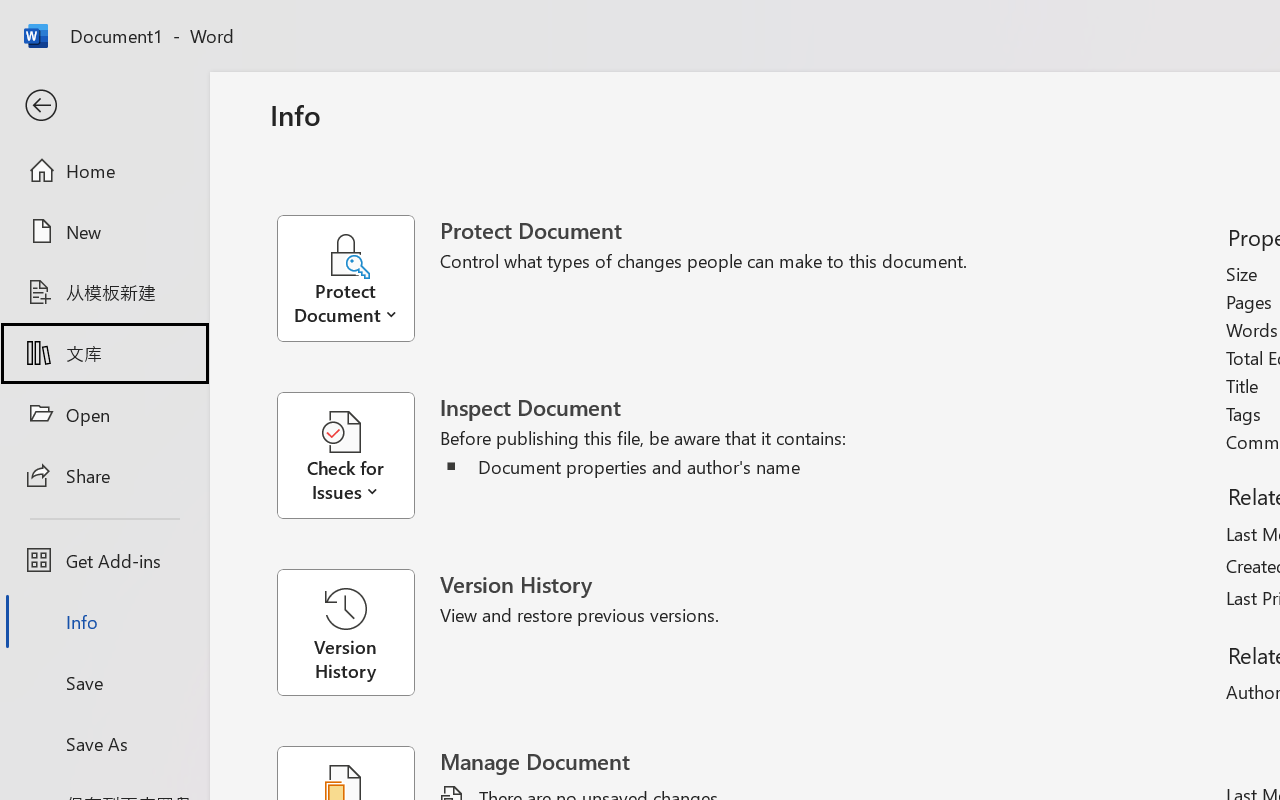 The width and height of the screenshot is (1280, 800). Describe the element at coordinates (345, 632) in the screenshot. I see `'Version History'` at that location.